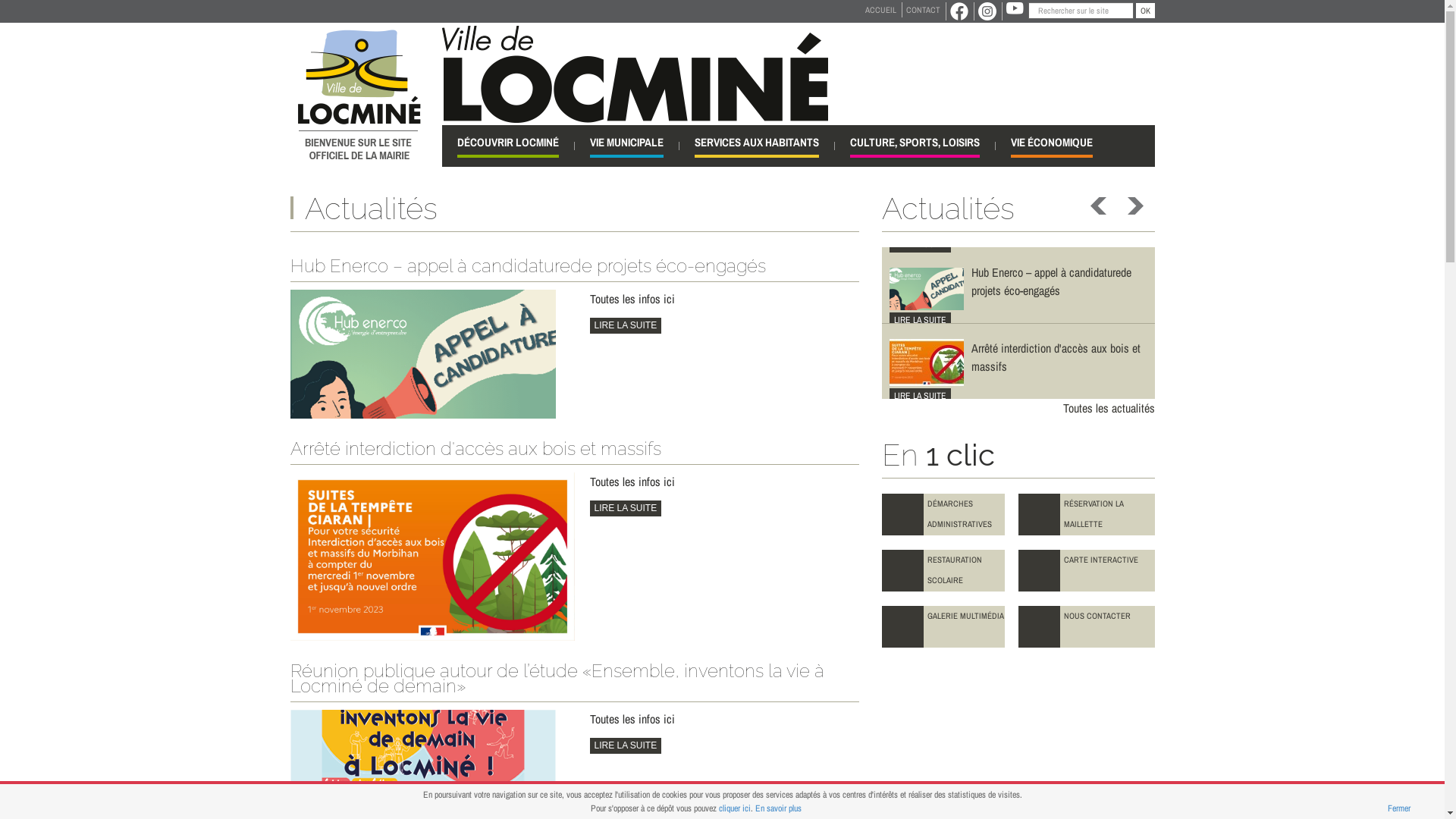 Image resolution: width=1456 pixels, height=819 pixels. Describe the element at coordinates (778, 807) in the screenshot. I see `'En savoir plus'` at that location.